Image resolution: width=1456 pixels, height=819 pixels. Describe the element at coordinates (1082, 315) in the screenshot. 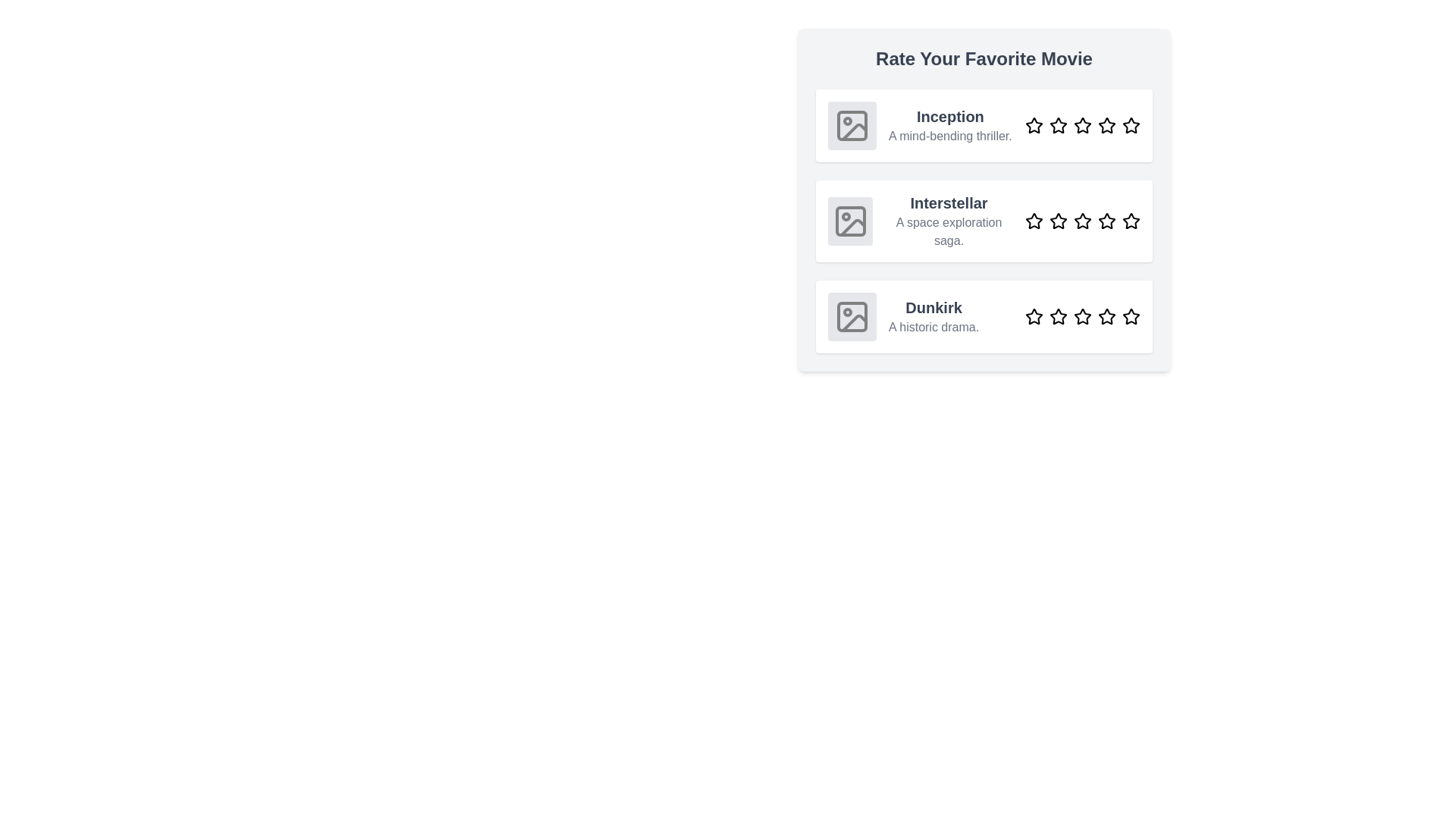

I see `the third star in the five-star rating system for the movie Dunkirk` at that location.